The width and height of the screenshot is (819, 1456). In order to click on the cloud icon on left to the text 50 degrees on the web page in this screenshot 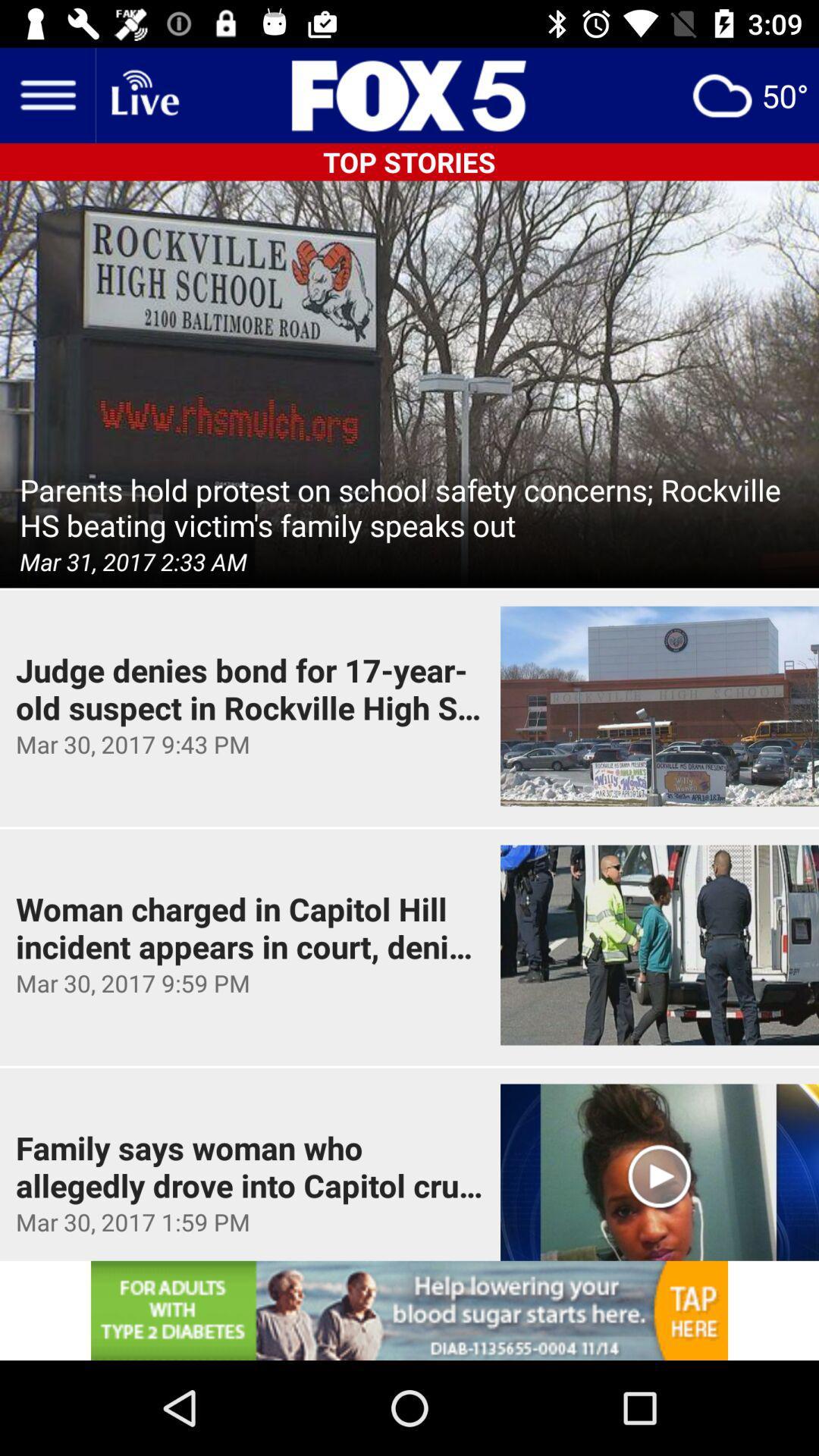, I will do `click(721, 94)`.